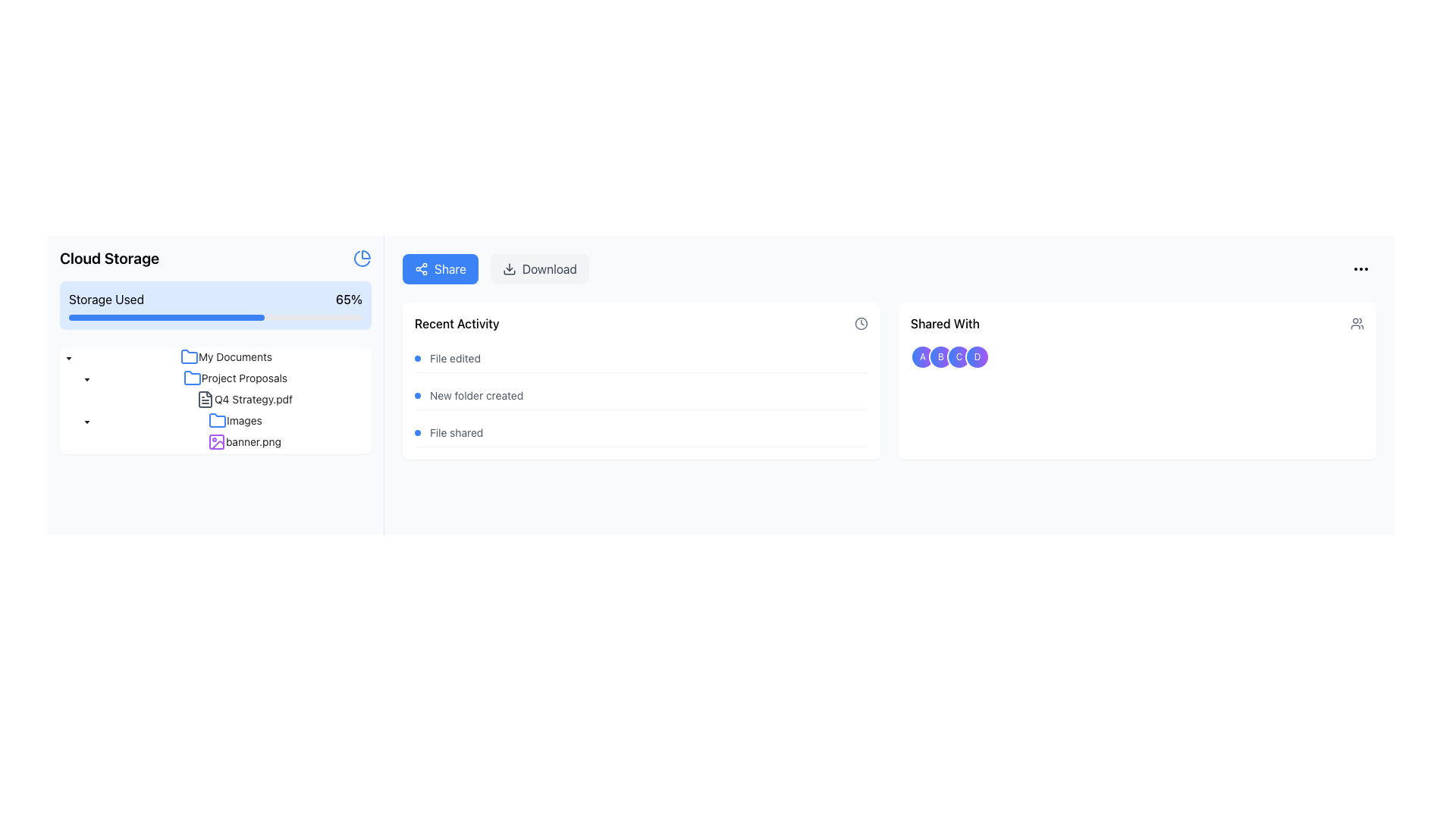  I want to click on the file node located under the collapsed 'Images' folder in the tree view, so click(244, 441).